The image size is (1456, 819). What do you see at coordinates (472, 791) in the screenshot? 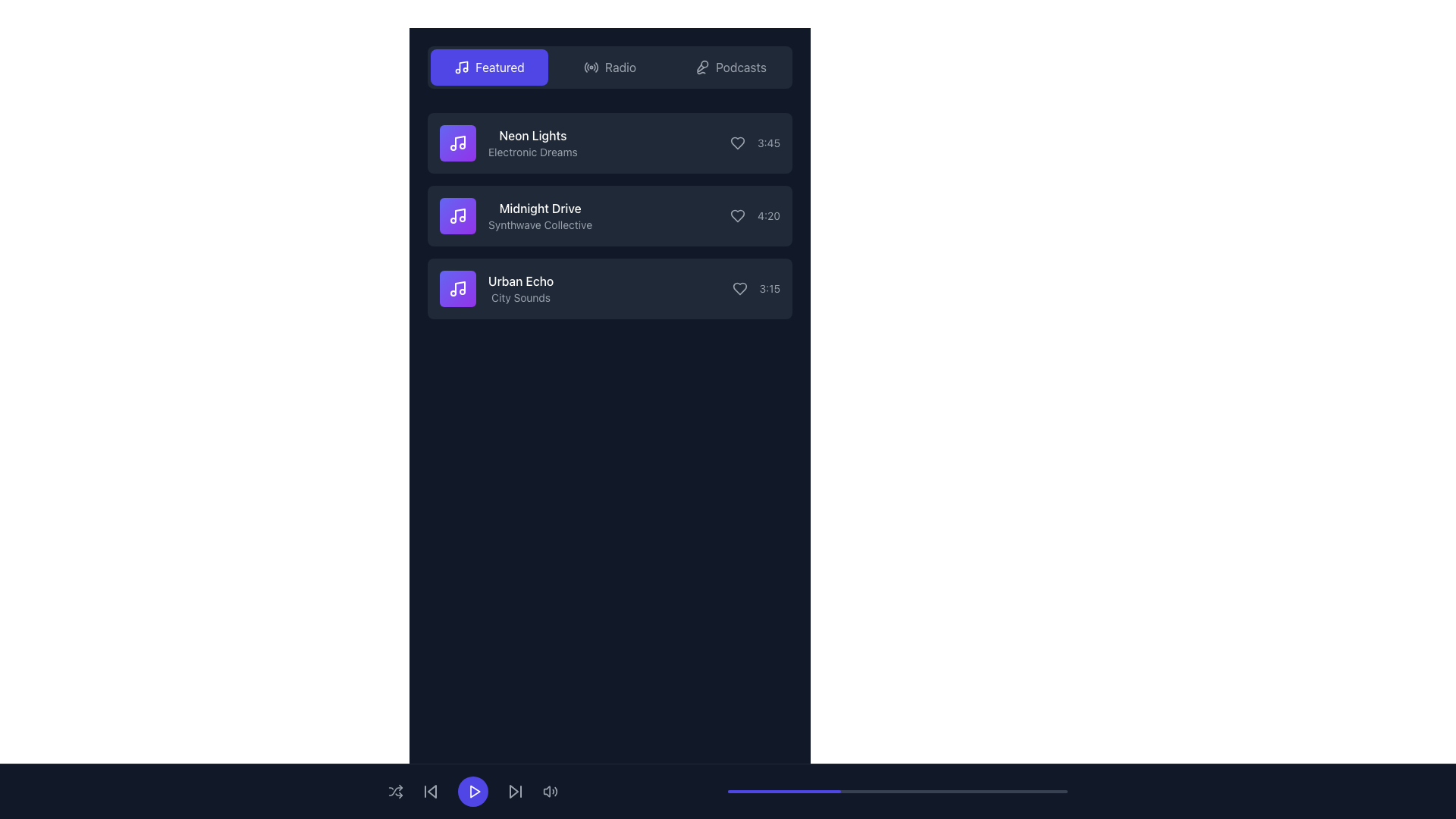
I see `the third button from the left in the bottom navigation bar to play media` at bounding box center [472, 791].